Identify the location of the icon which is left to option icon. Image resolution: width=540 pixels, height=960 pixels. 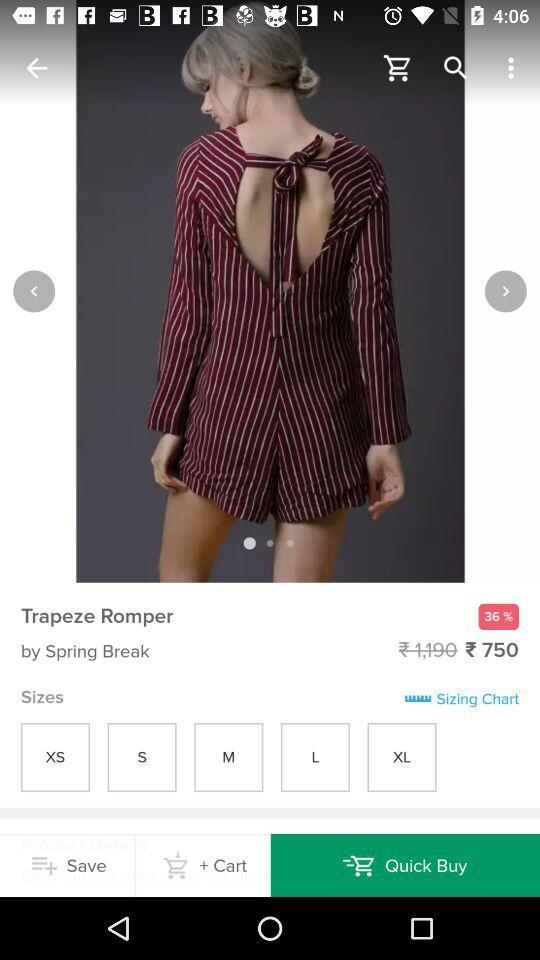
(456, 68).